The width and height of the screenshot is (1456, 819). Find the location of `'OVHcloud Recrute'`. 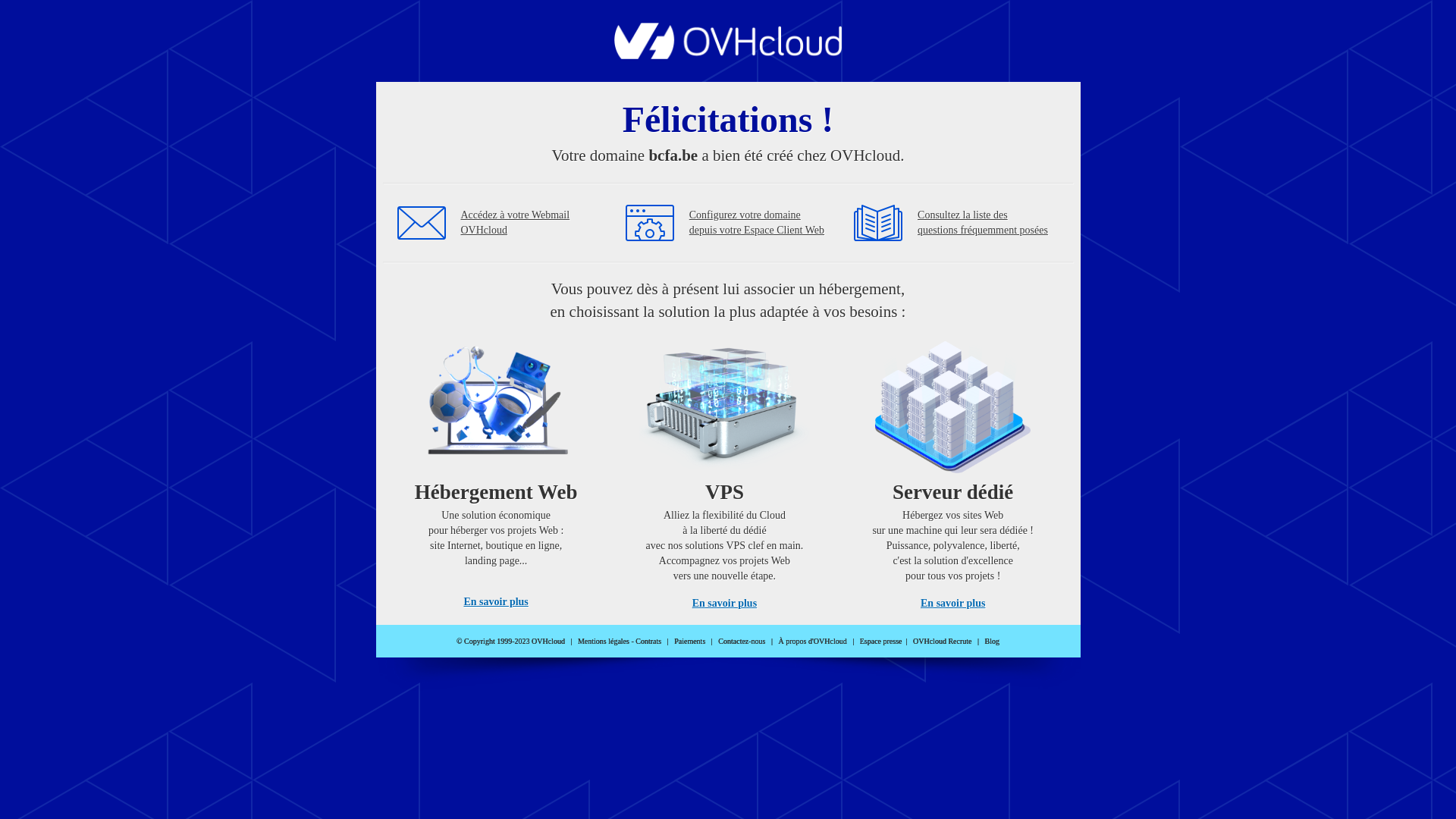

'OVHcloud Recrute' is located at coordinates (941, 641).